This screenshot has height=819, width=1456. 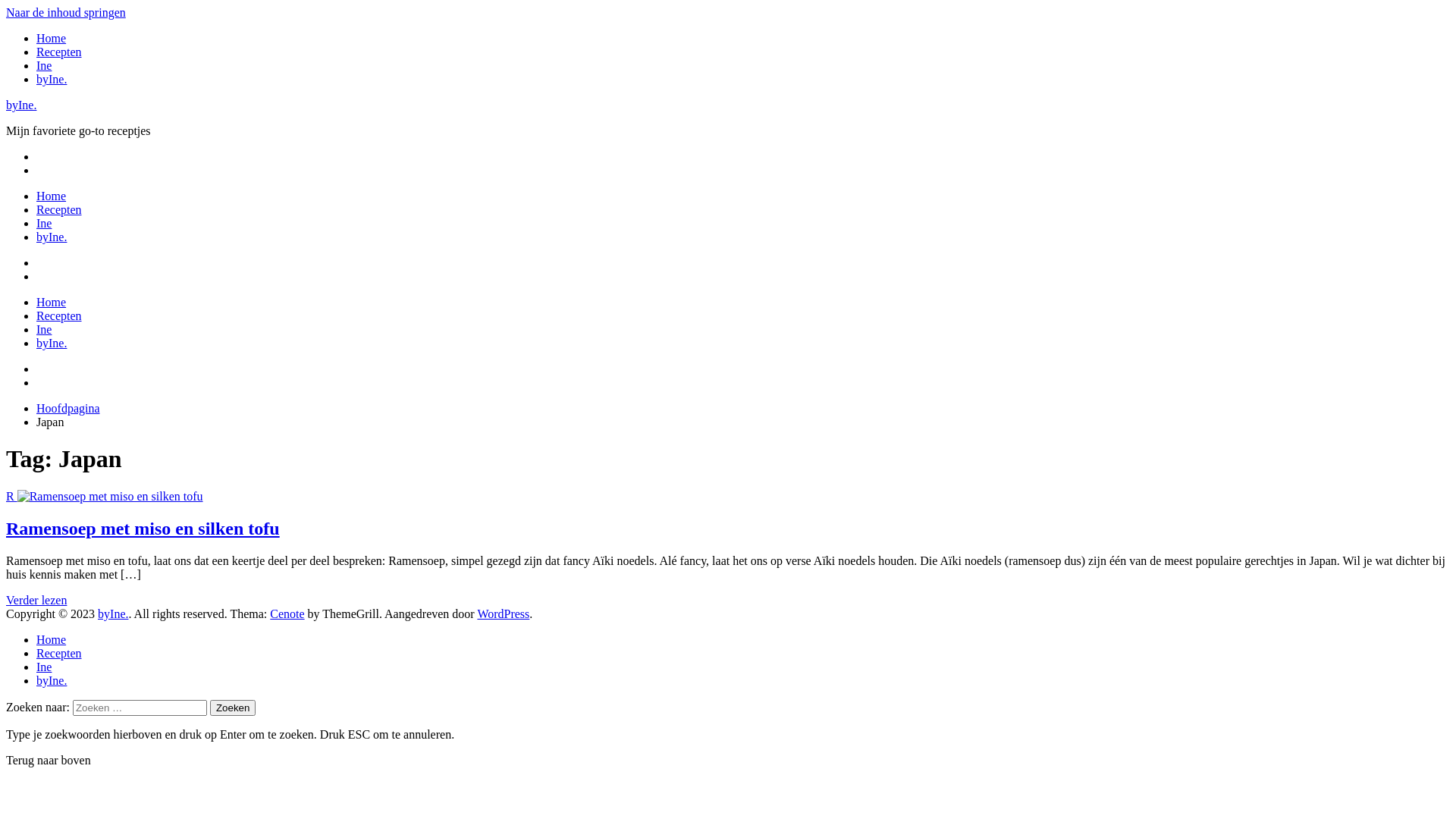 What do you see at coordinates (36, 315) in the screenshot?
I see `'Recepten'` at bounding box center [36, 315].